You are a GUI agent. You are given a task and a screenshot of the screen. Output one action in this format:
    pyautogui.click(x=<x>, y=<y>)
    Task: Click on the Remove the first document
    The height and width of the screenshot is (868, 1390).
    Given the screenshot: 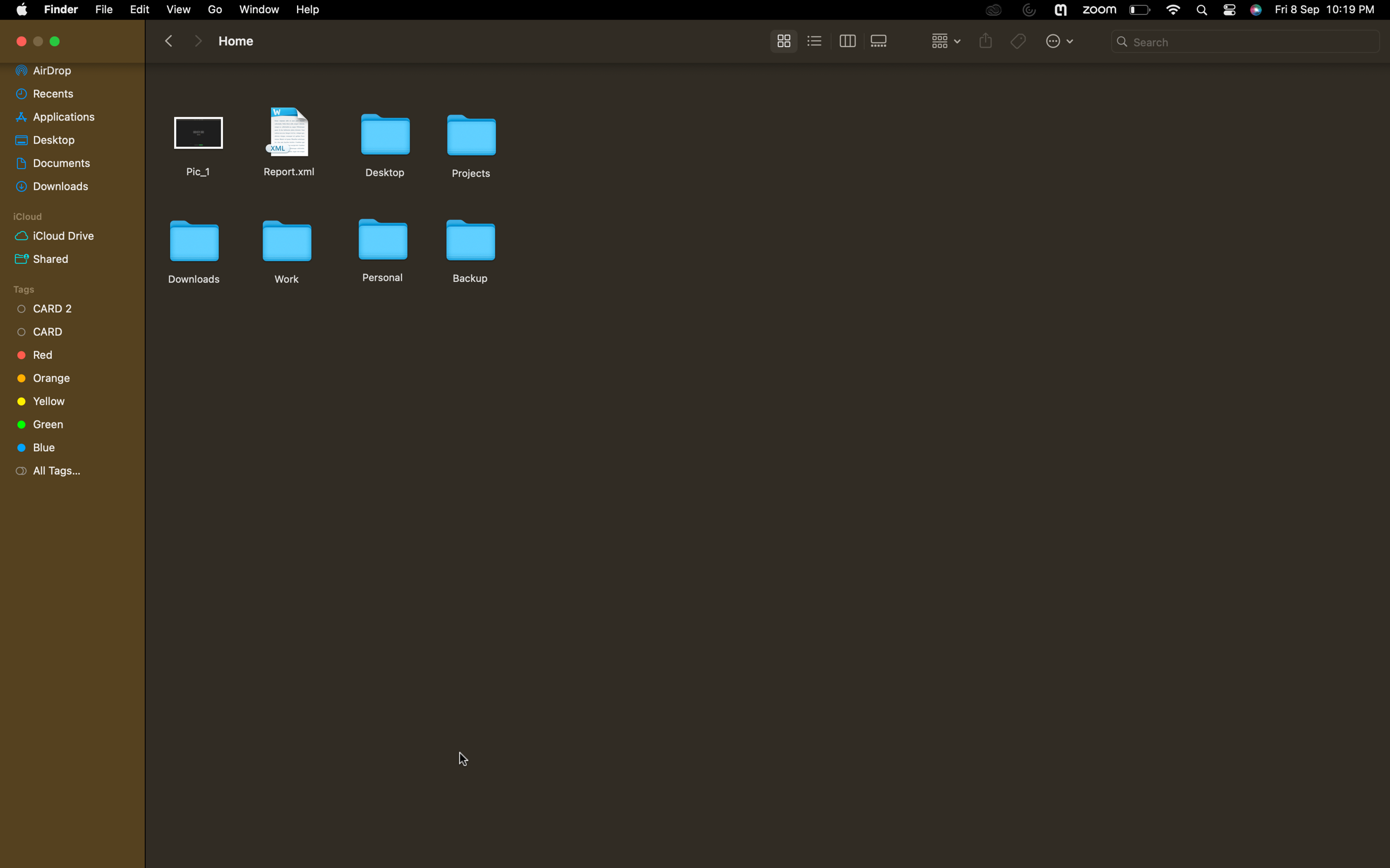 What is the action you would take?
    pyautogui.click(x=200, y=141)
    